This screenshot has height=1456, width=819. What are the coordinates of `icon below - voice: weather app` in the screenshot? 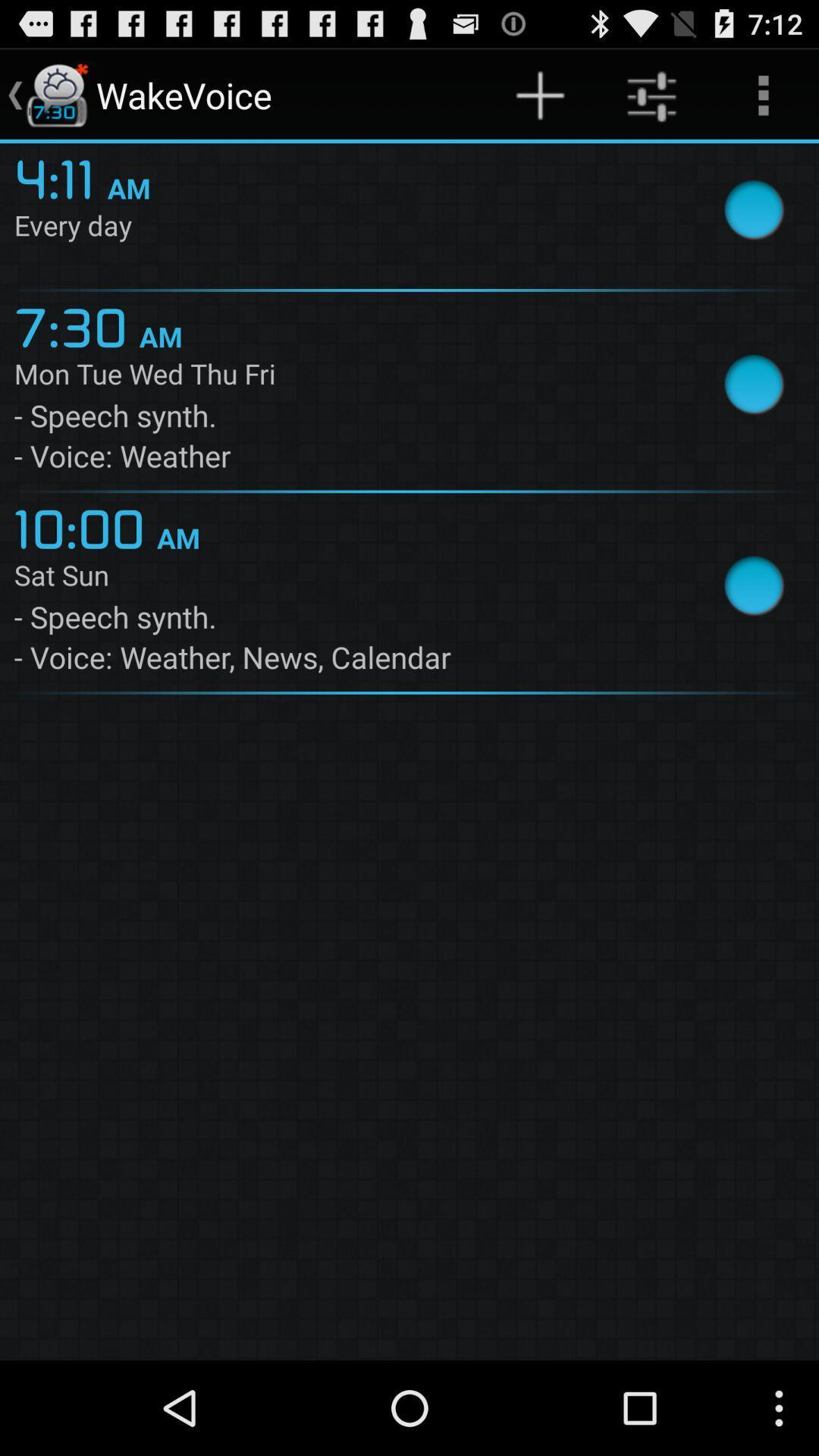 It's located at (85, 526).